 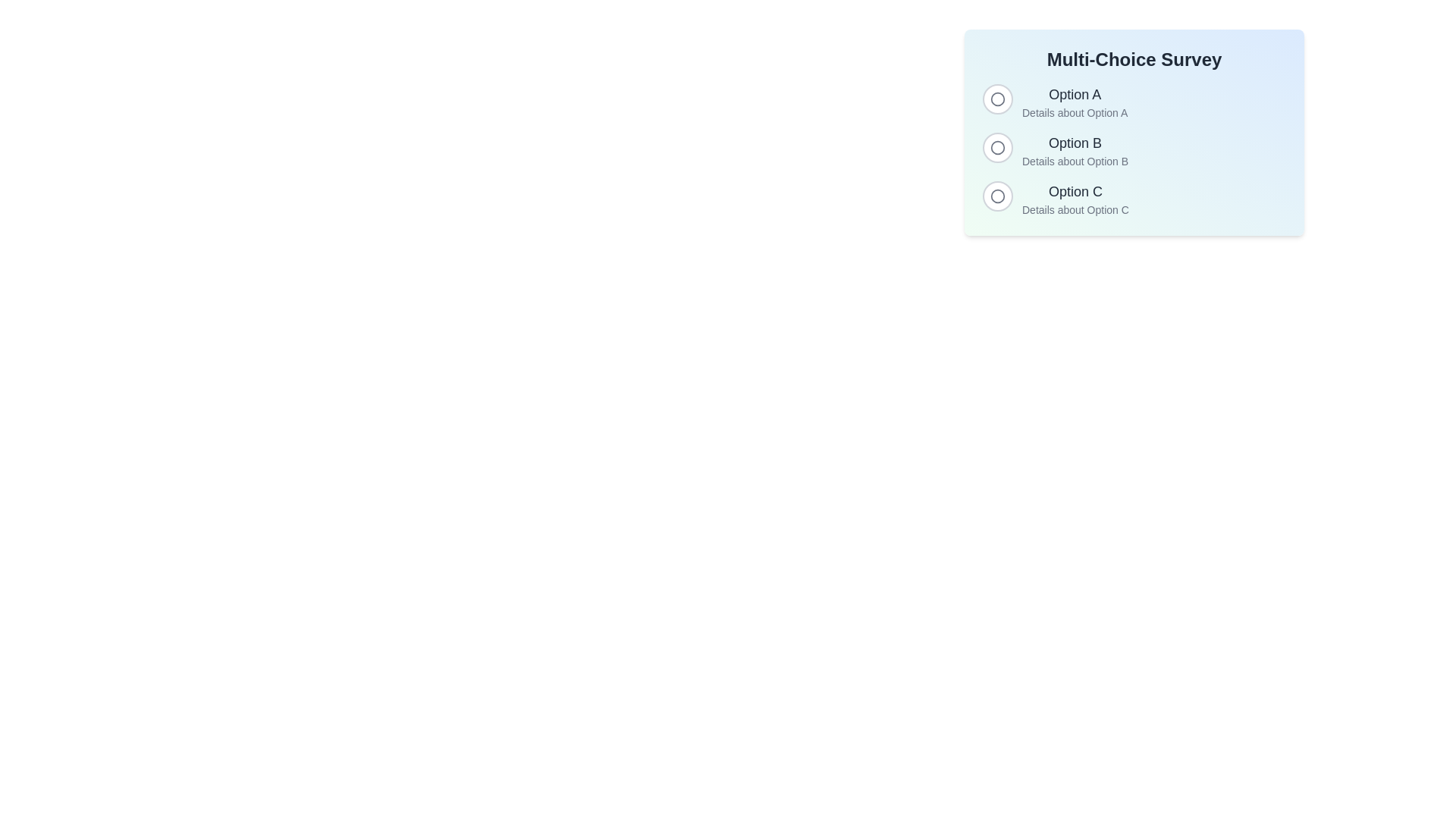 I want to click on the radio button labeled 'Option B', so click(x=997, y=148).